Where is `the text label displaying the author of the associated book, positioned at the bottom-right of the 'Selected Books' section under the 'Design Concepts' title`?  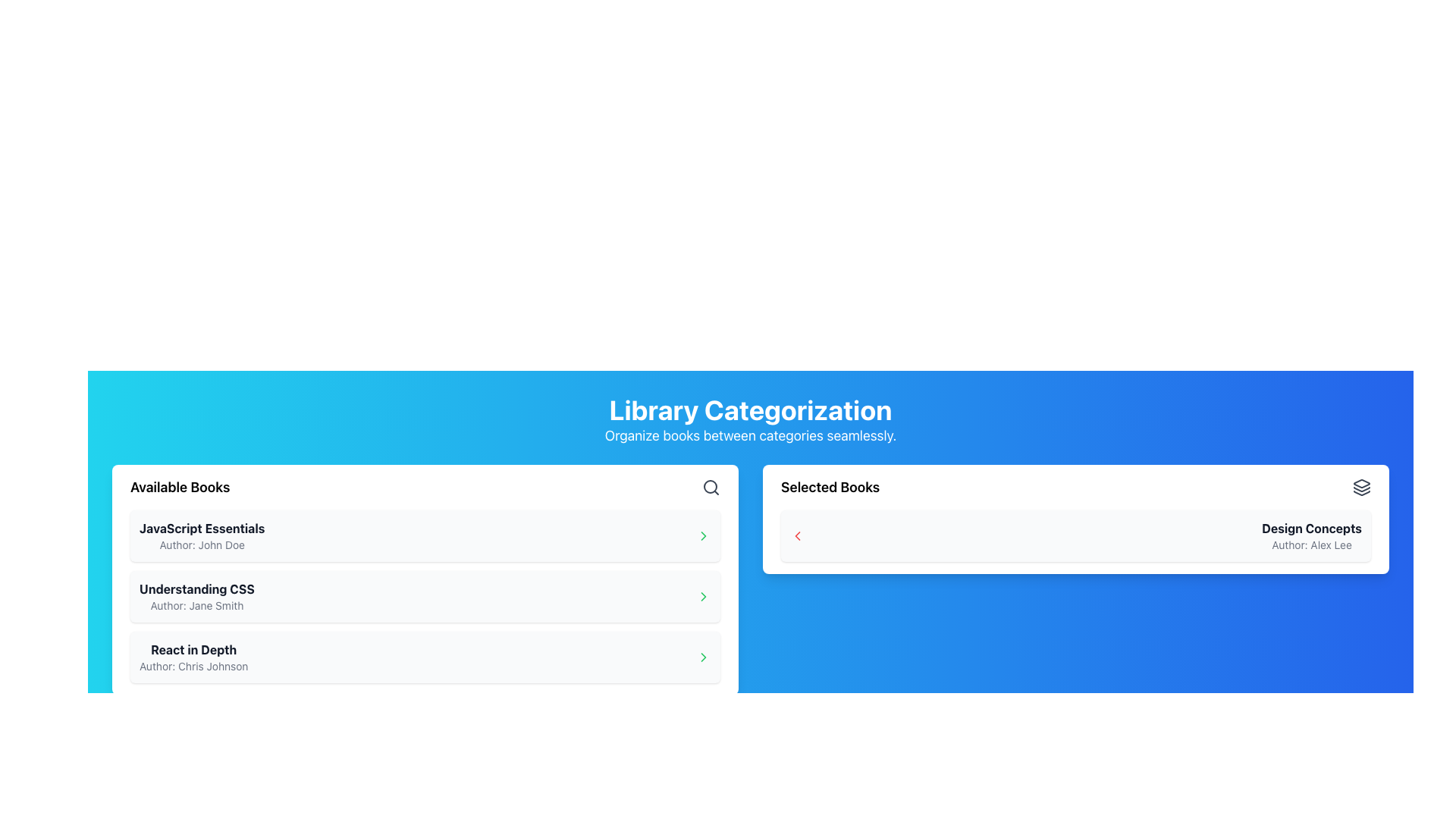
the text label displaying the author of the associated book, positioned at the bottom-right of the 'Selected Books' section under the 'Design Concepts' title is located at coordinates (1311, 544).